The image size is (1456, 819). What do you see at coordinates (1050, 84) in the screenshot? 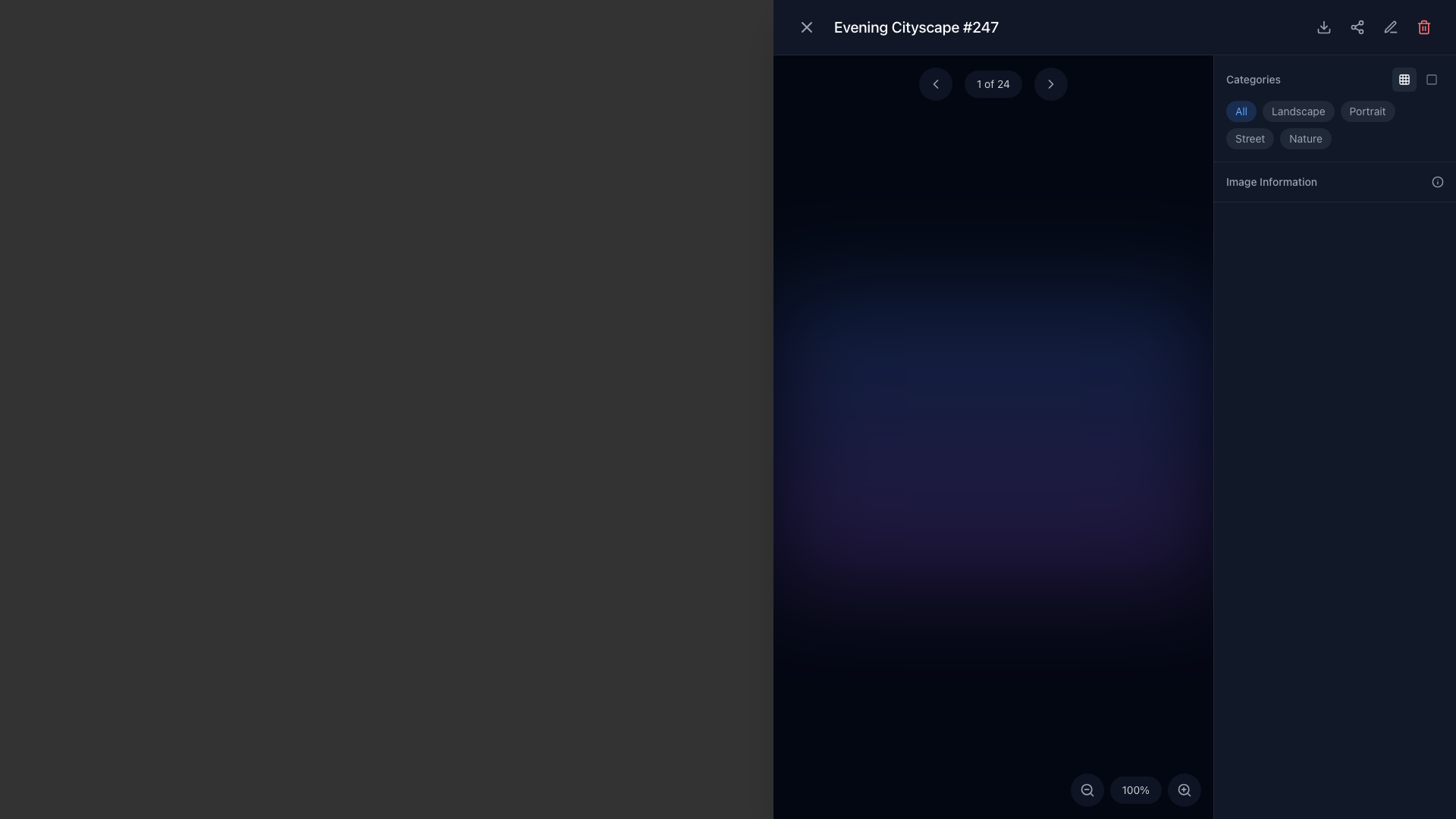
I see `the circular 'Next' or 'Forward' button` at bounding box center [1050, 84].